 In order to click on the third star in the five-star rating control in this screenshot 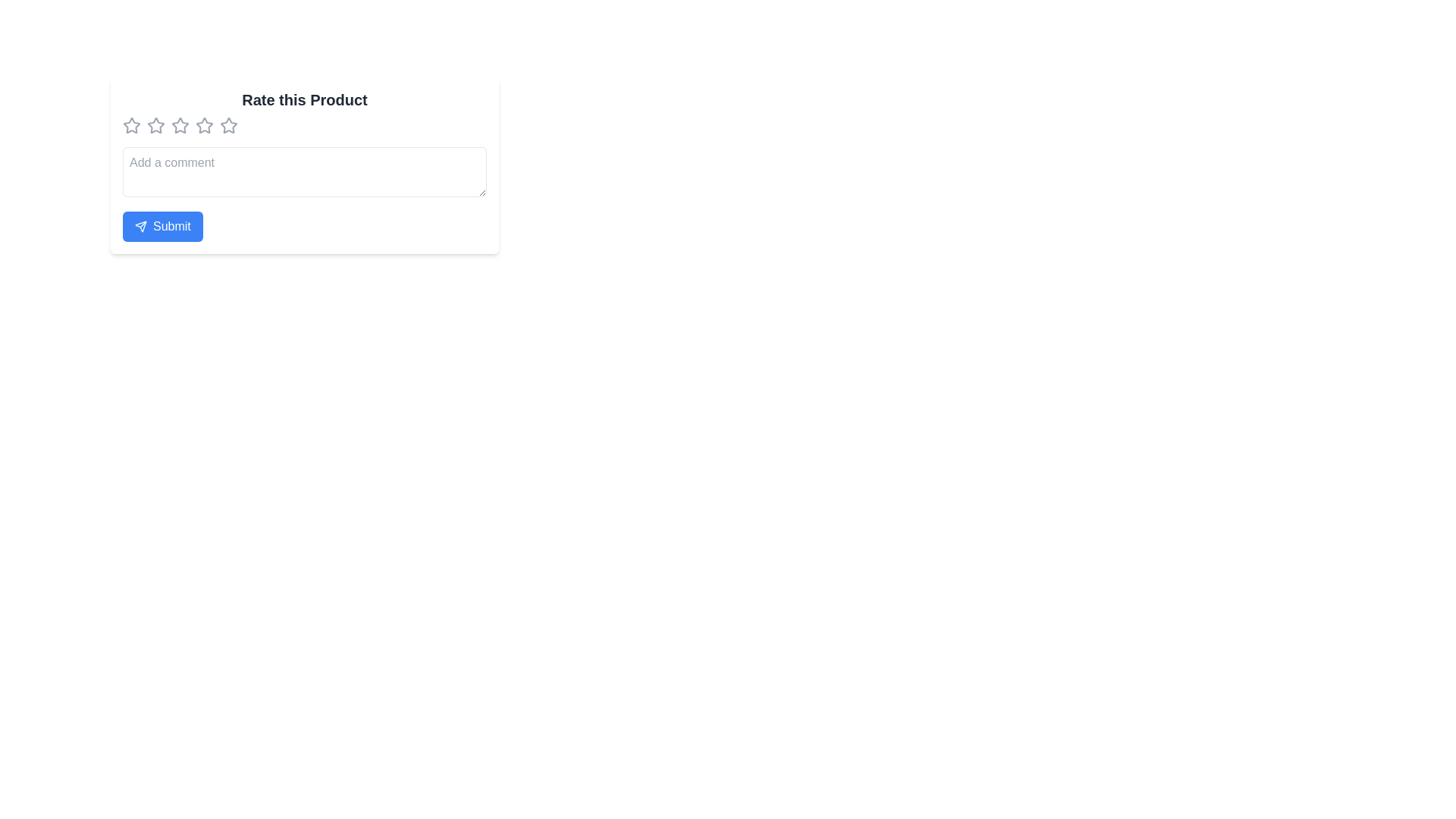, I will do `click(203, 124)`.